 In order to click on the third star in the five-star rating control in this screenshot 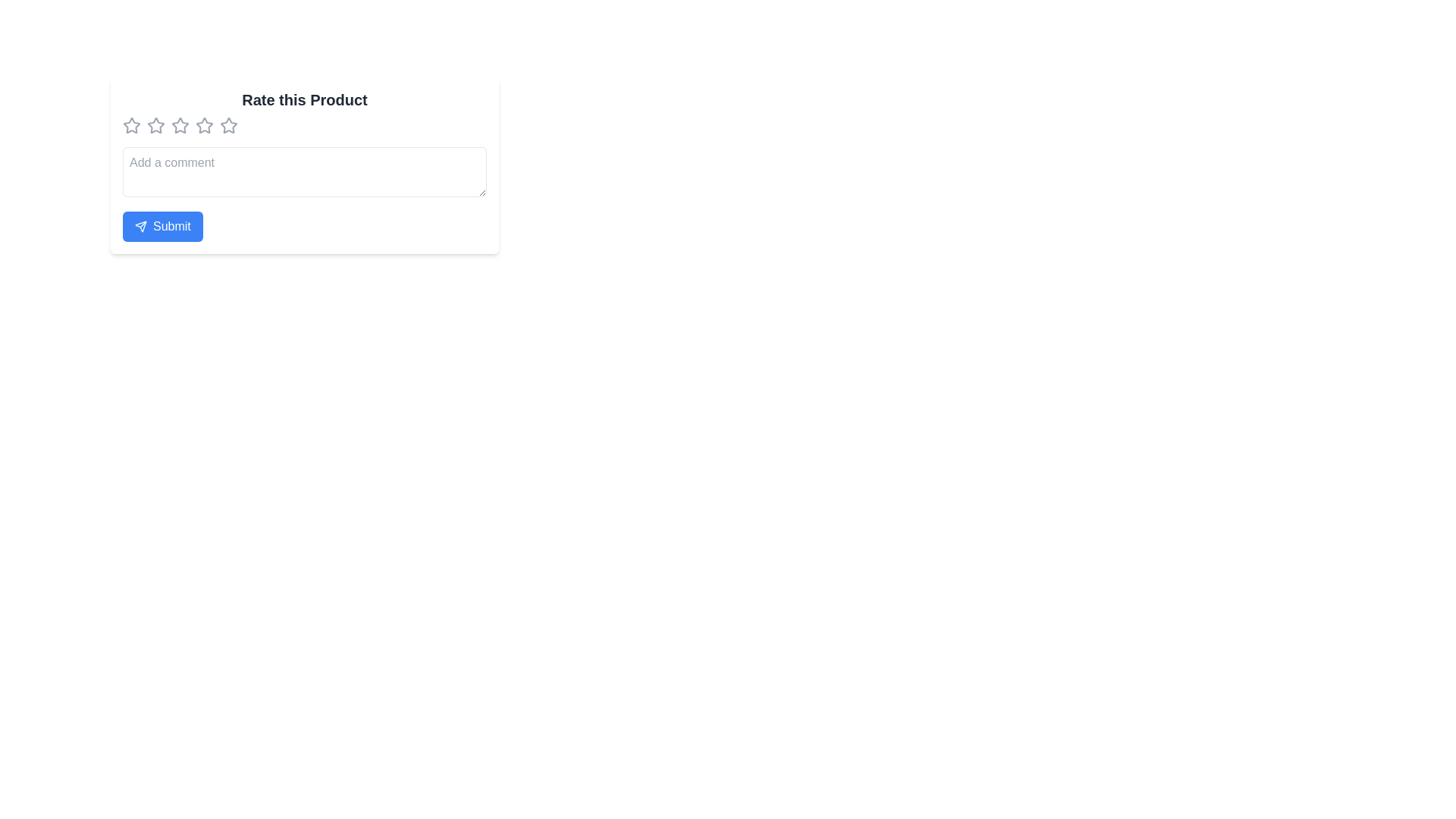, I will do `click(203, 124)`.